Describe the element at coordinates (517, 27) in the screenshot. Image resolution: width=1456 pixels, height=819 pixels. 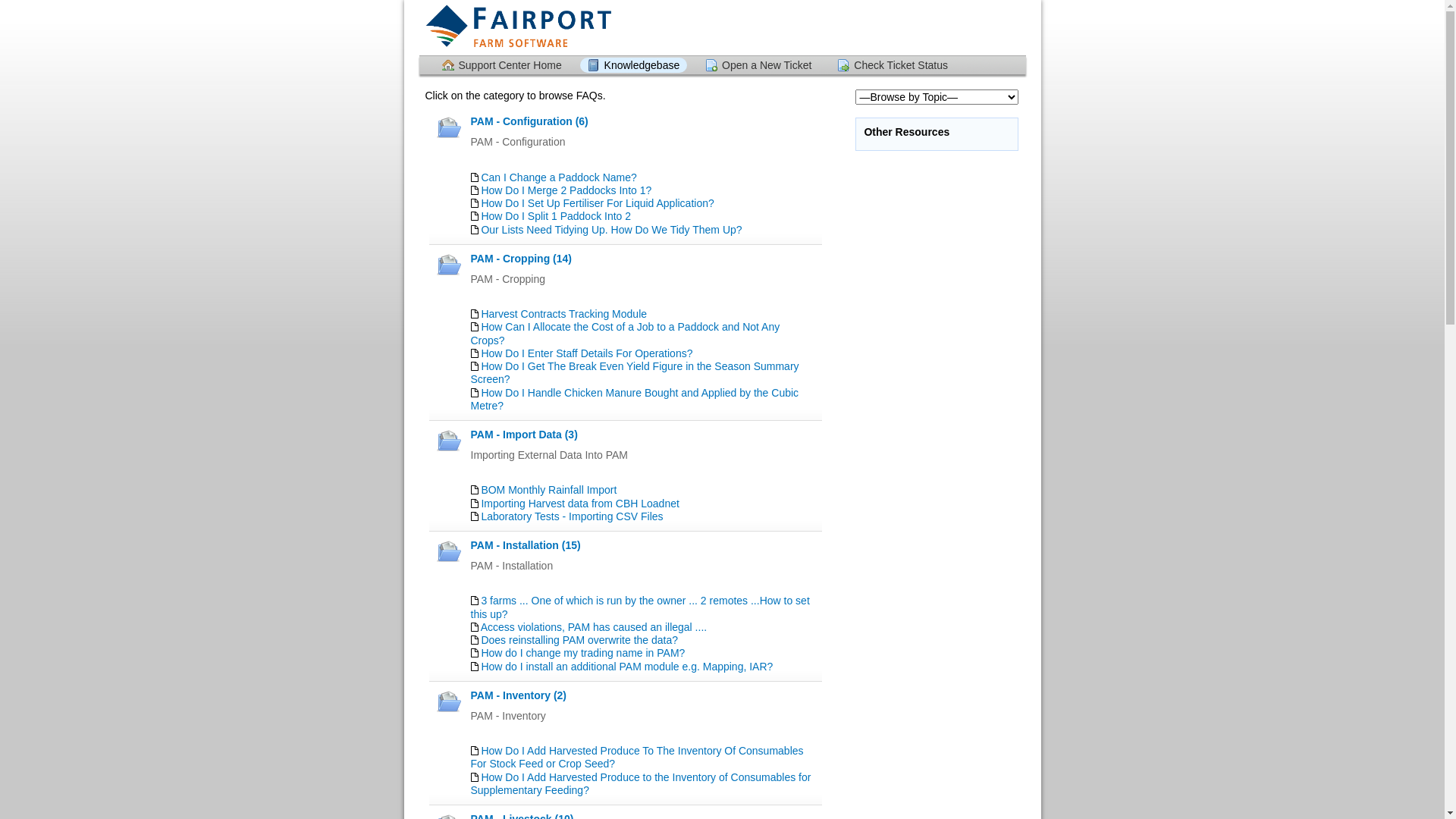
I see `'Support Center'` at that location.